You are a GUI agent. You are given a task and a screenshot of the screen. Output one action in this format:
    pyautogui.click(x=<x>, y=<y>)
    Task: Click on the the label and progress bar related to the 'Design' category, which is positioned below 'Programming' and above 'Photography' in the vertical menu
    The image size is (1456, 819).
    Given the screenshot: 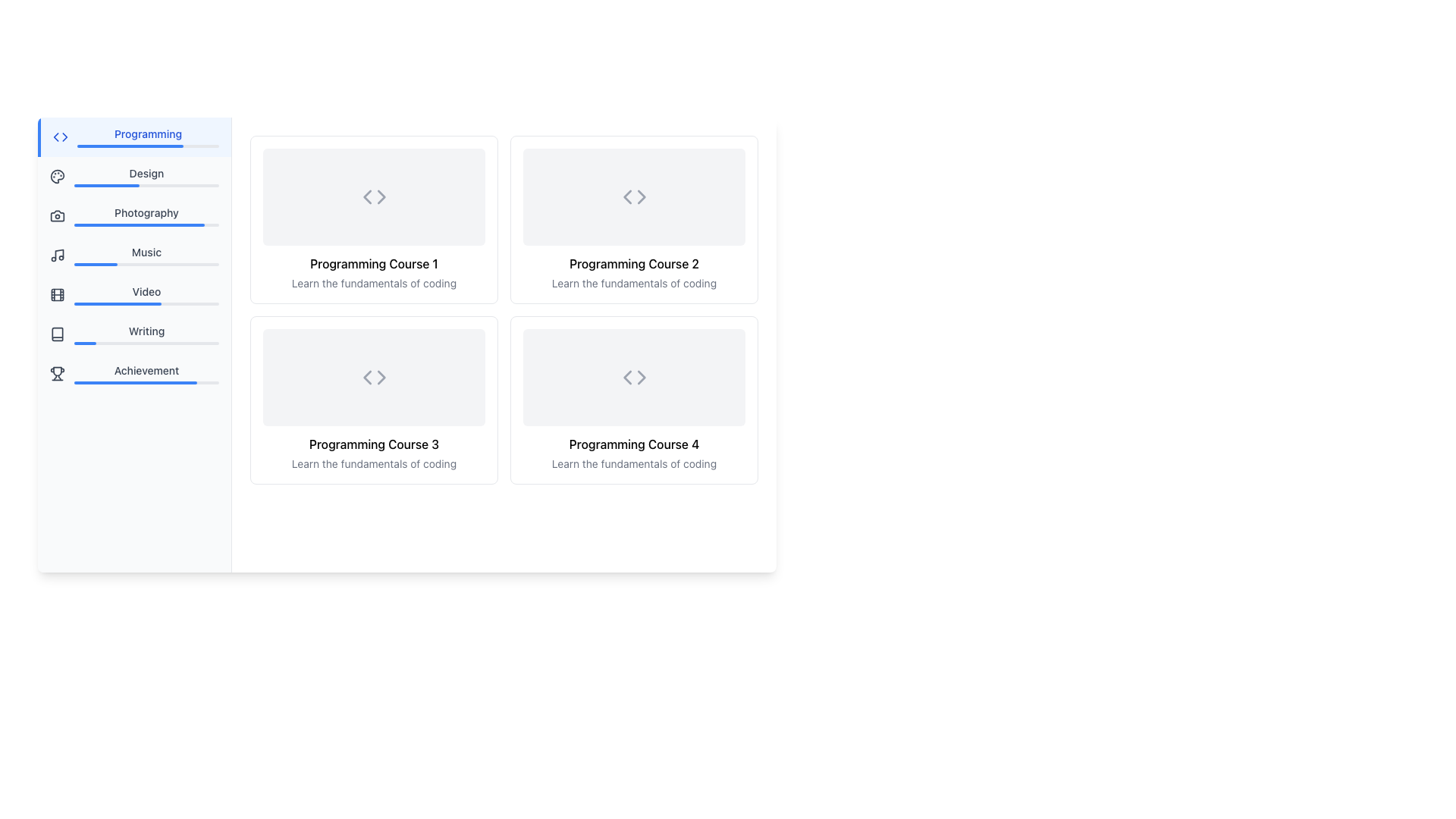 What is the action you would take?
    pyautogui.click(x=146, y=175)
    